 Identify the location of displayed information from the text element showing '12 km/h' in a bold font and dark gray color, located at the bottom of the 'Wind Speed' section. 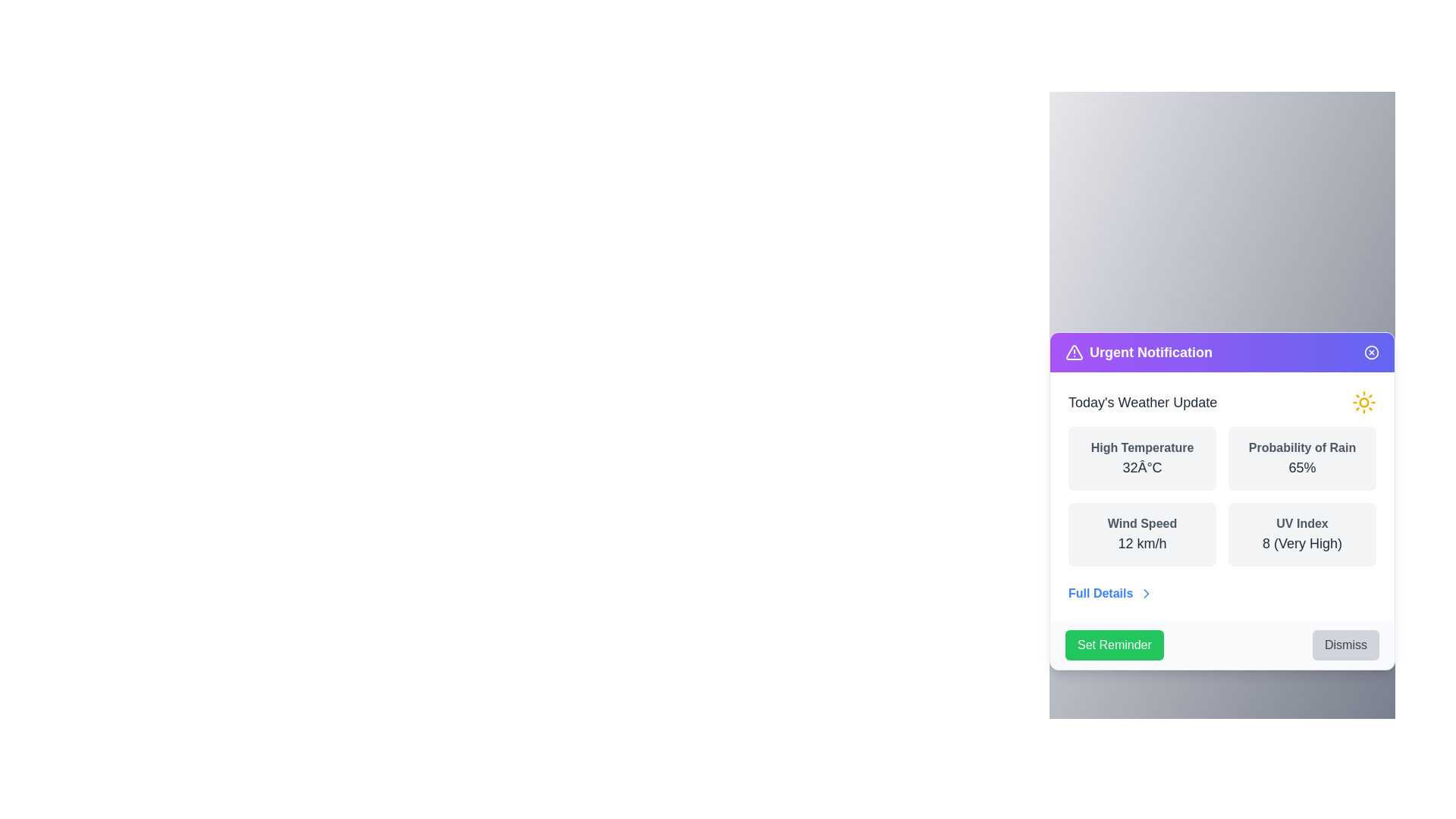
(1142, 543).